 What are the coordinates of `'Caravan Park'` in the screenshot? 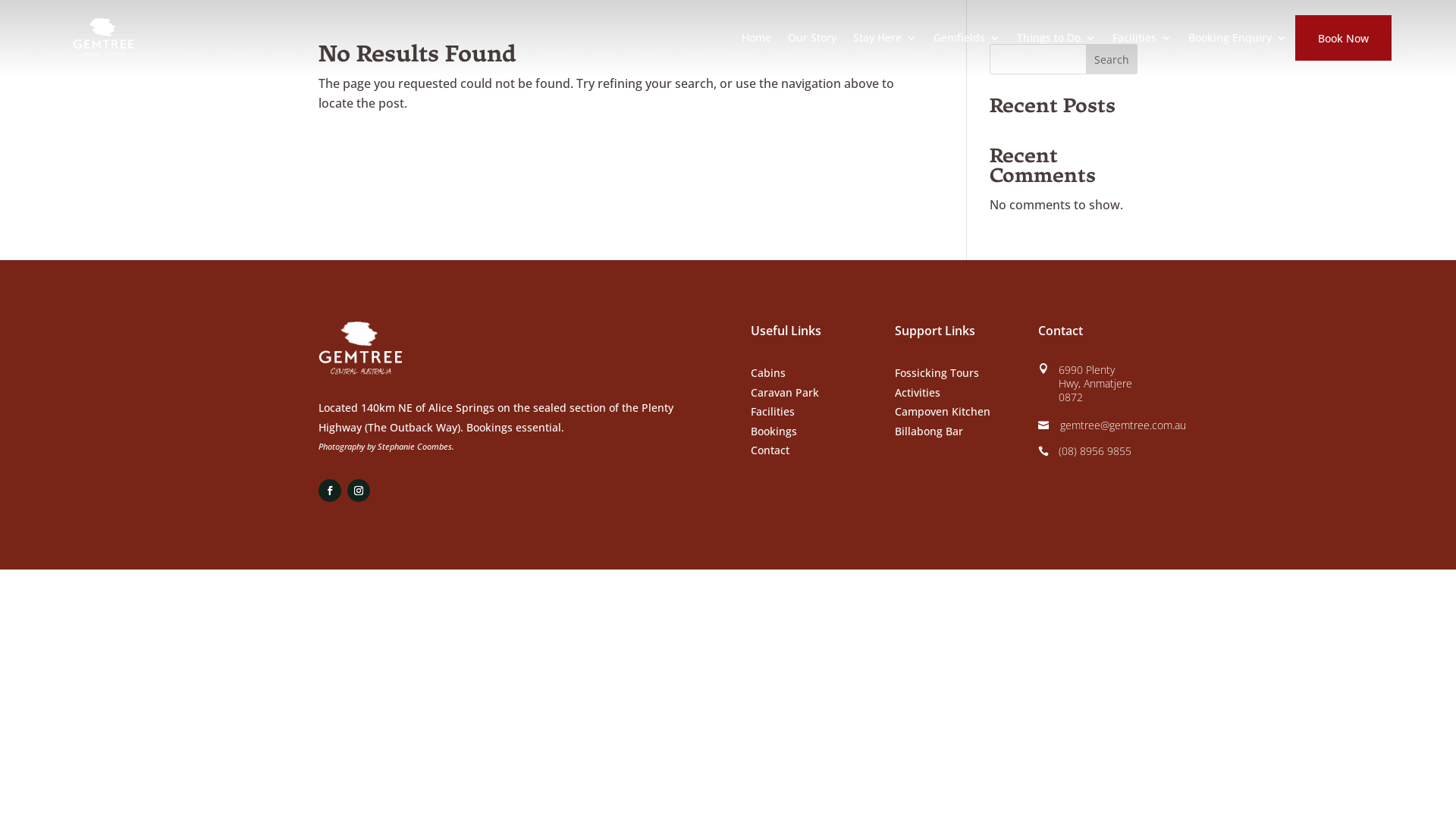 It's located at (750, 391).